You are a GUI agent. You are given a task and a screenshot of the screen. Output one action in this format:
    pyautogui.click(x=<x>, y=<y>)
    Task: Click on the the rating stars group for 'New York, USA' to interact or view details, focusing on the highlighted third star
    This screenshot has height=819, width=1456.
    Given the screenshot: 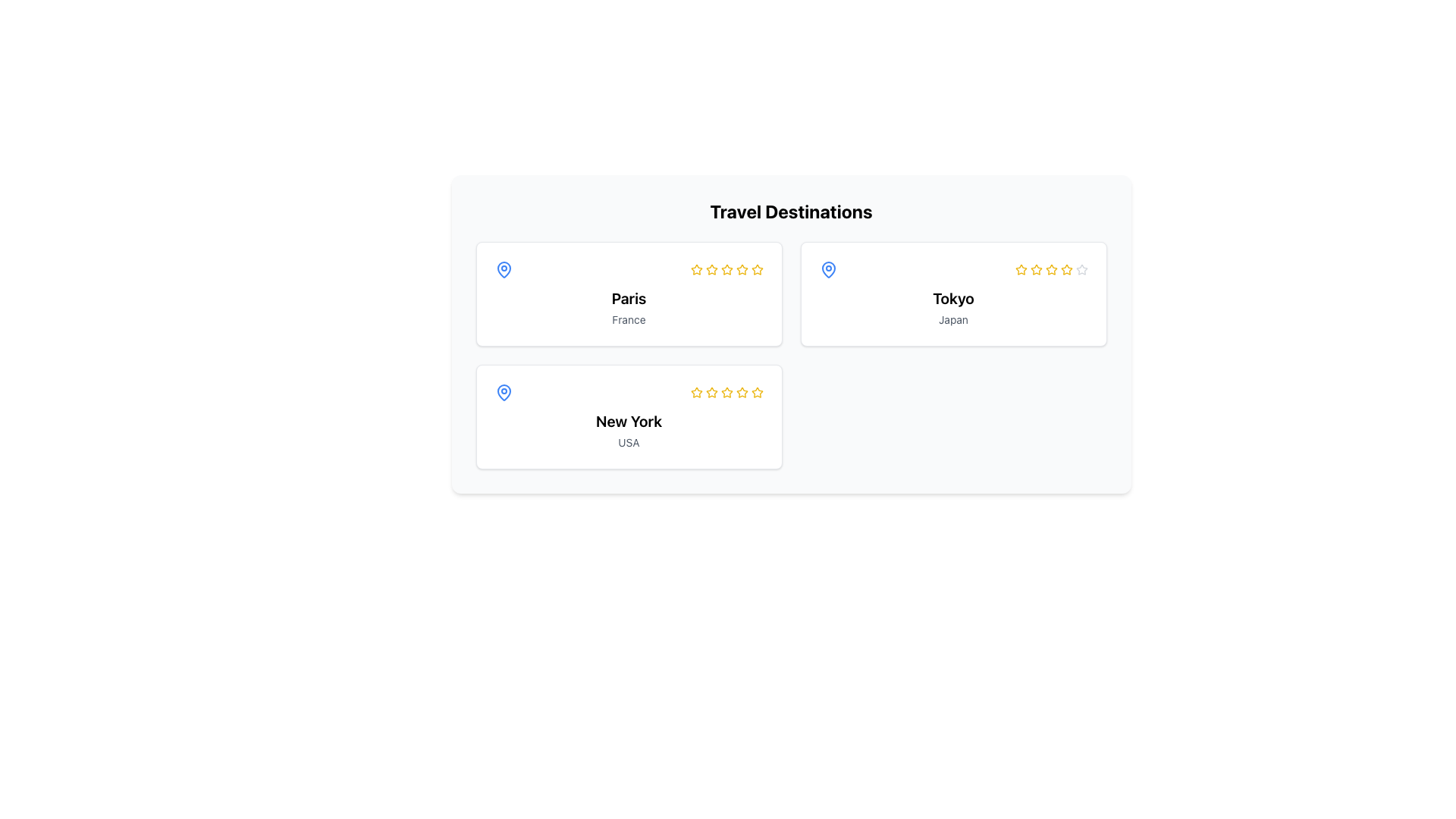 What is the action you would take?
    pyautogui.click(x=726, y=391)
    